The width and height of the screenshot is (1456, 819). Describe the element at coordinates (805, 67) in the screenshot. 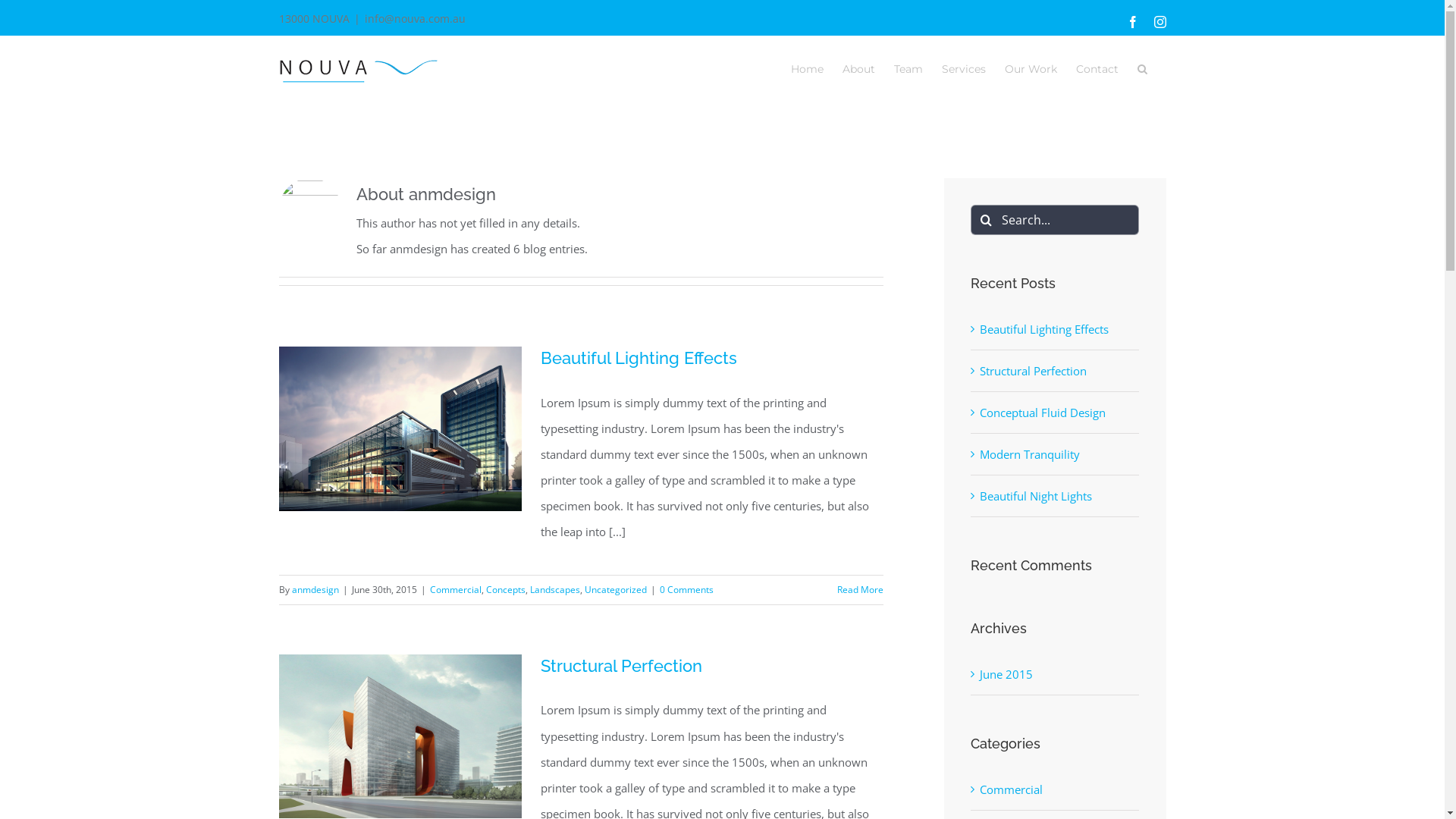

I see `'Home'` at that location.